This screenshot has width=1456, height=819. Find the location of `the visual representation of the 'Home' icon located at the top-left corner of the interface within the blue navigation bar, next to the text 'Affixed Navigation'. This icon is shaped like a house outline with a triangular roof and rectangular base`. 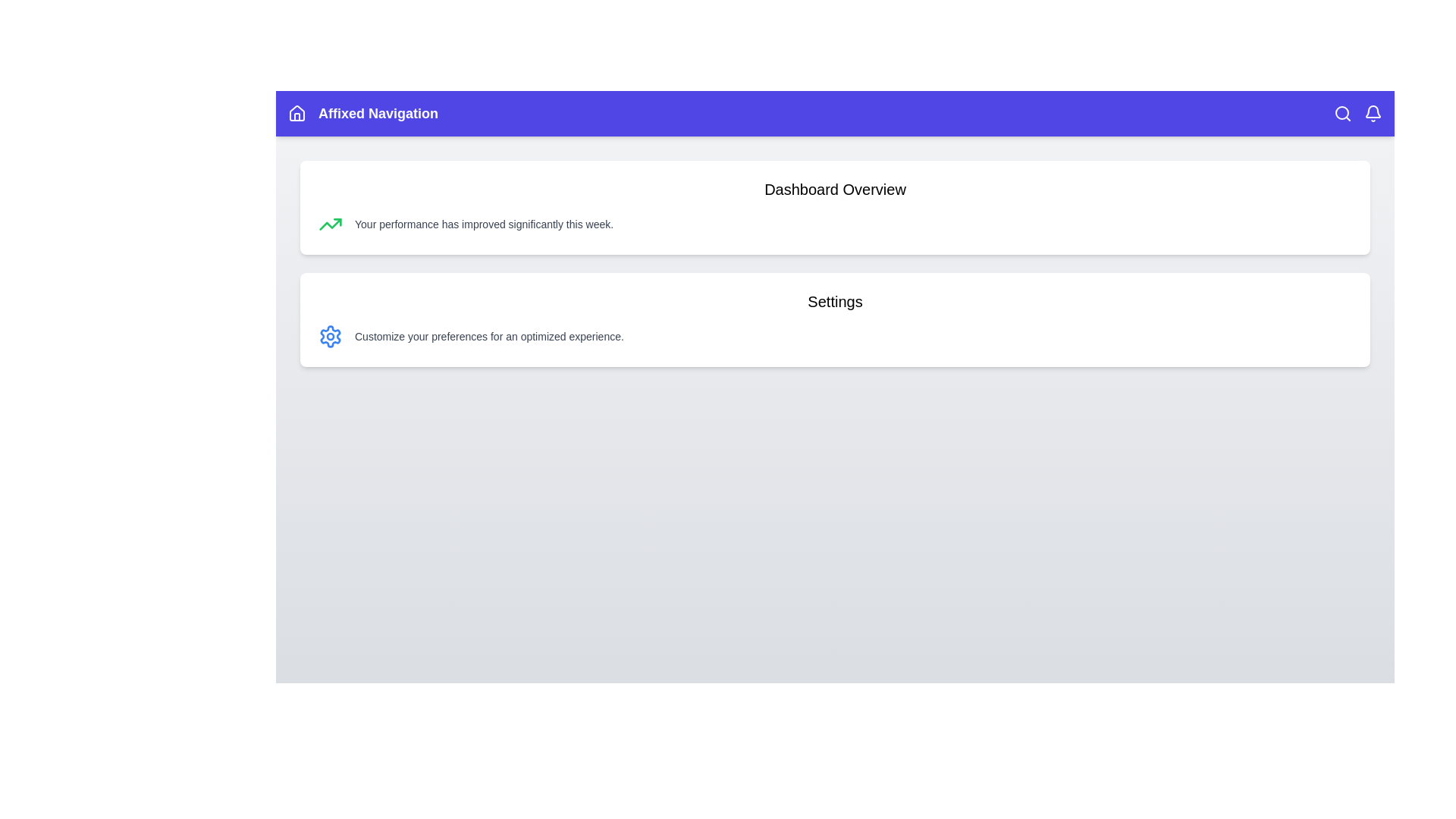

the visual representation of the 'Home' icon located at the top-left corner of the interface within the blue navigation bar, next to the text 'Affixed Navigation'. This icon is shaped like a house outline with a triangular roof and rectangular base is located at coordinates (297, 112).